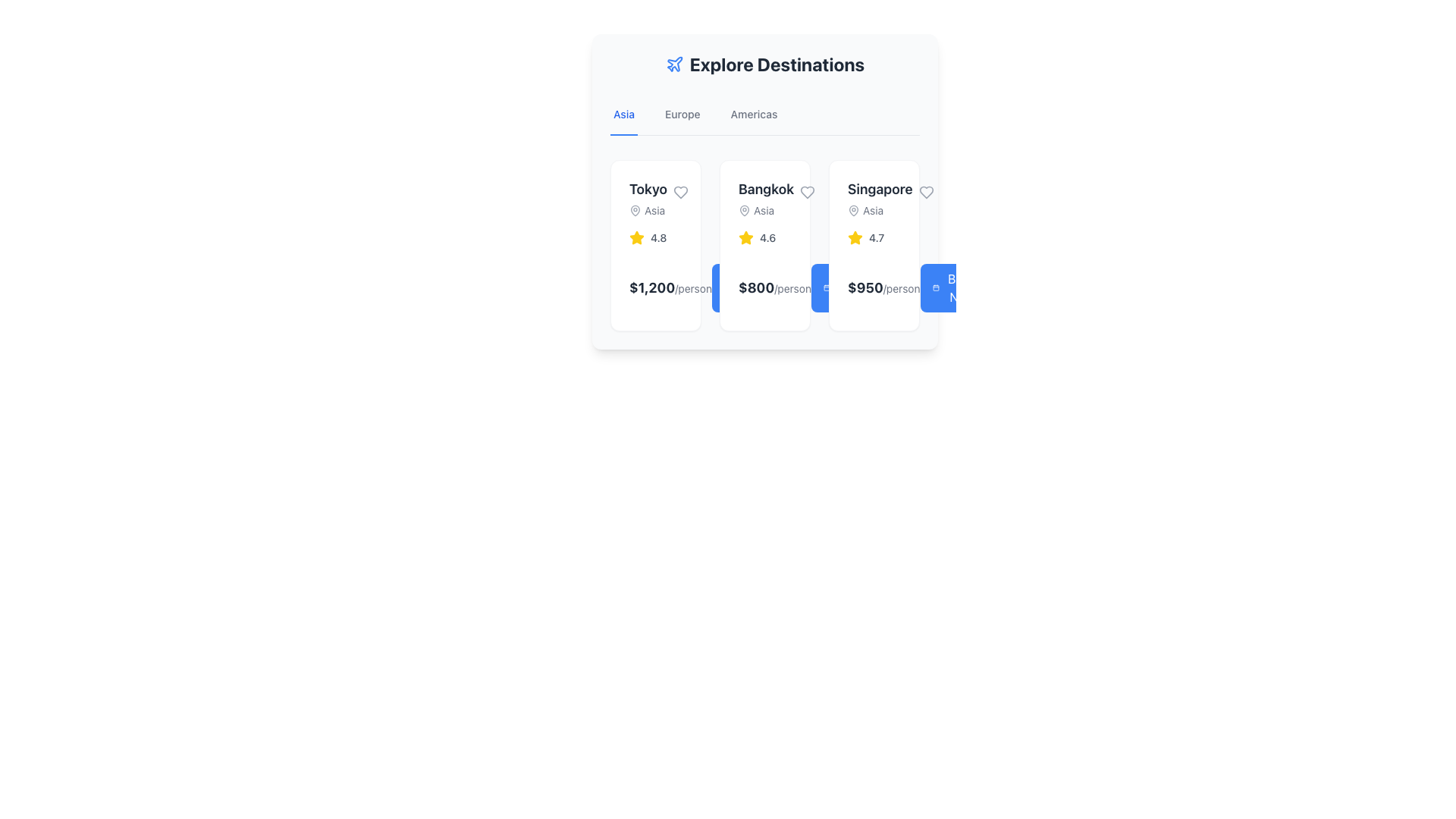  Describe the element at coordinates (766, 189) in the screenshot. I see `the text label displaying 'Bangkok', which is the heading for the second card in a horizontal list` at that location.